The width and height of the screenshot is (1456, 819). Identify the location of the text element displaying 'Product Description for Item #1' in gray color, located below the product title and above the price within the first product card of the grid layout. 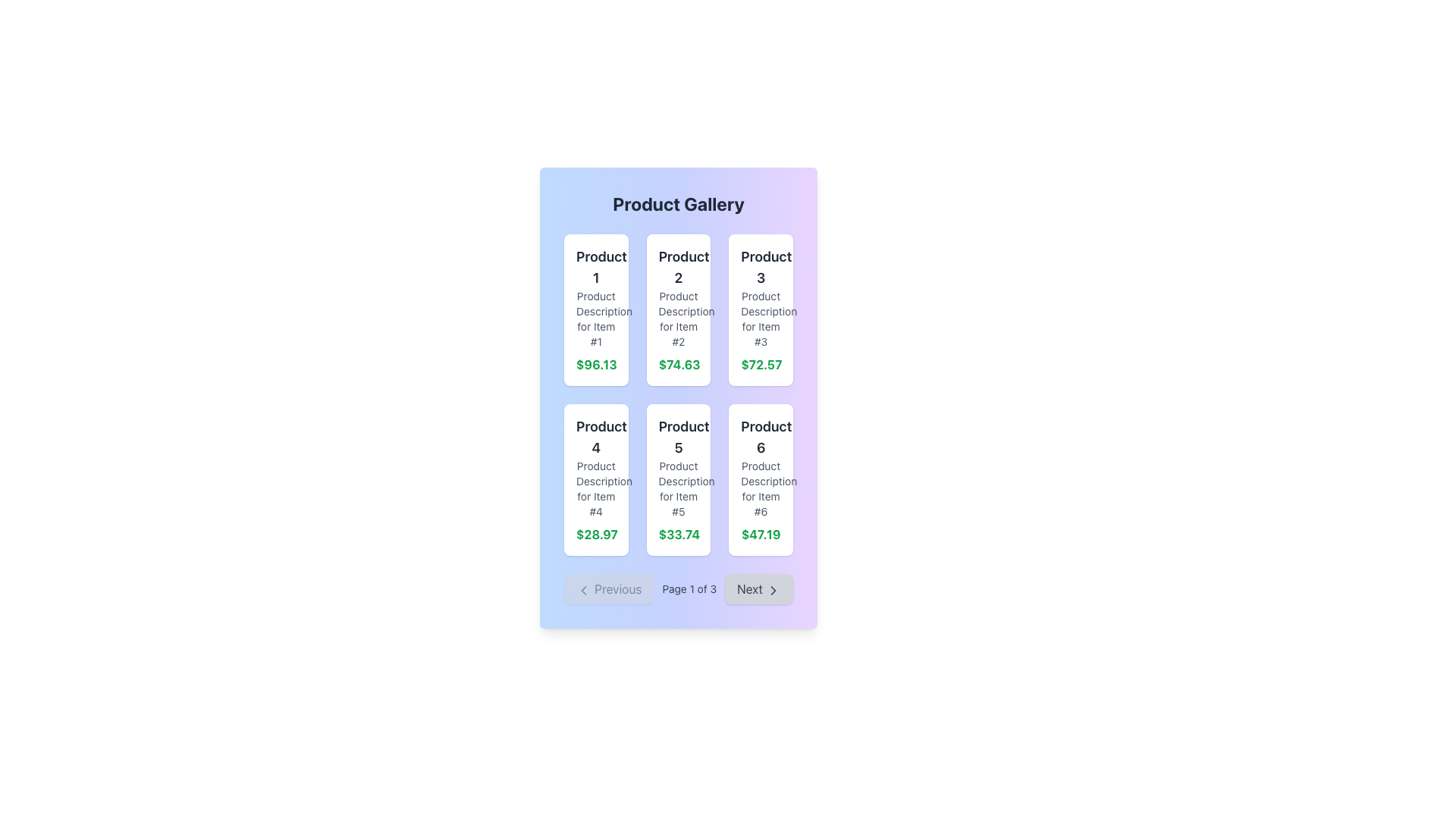
(595, 318).